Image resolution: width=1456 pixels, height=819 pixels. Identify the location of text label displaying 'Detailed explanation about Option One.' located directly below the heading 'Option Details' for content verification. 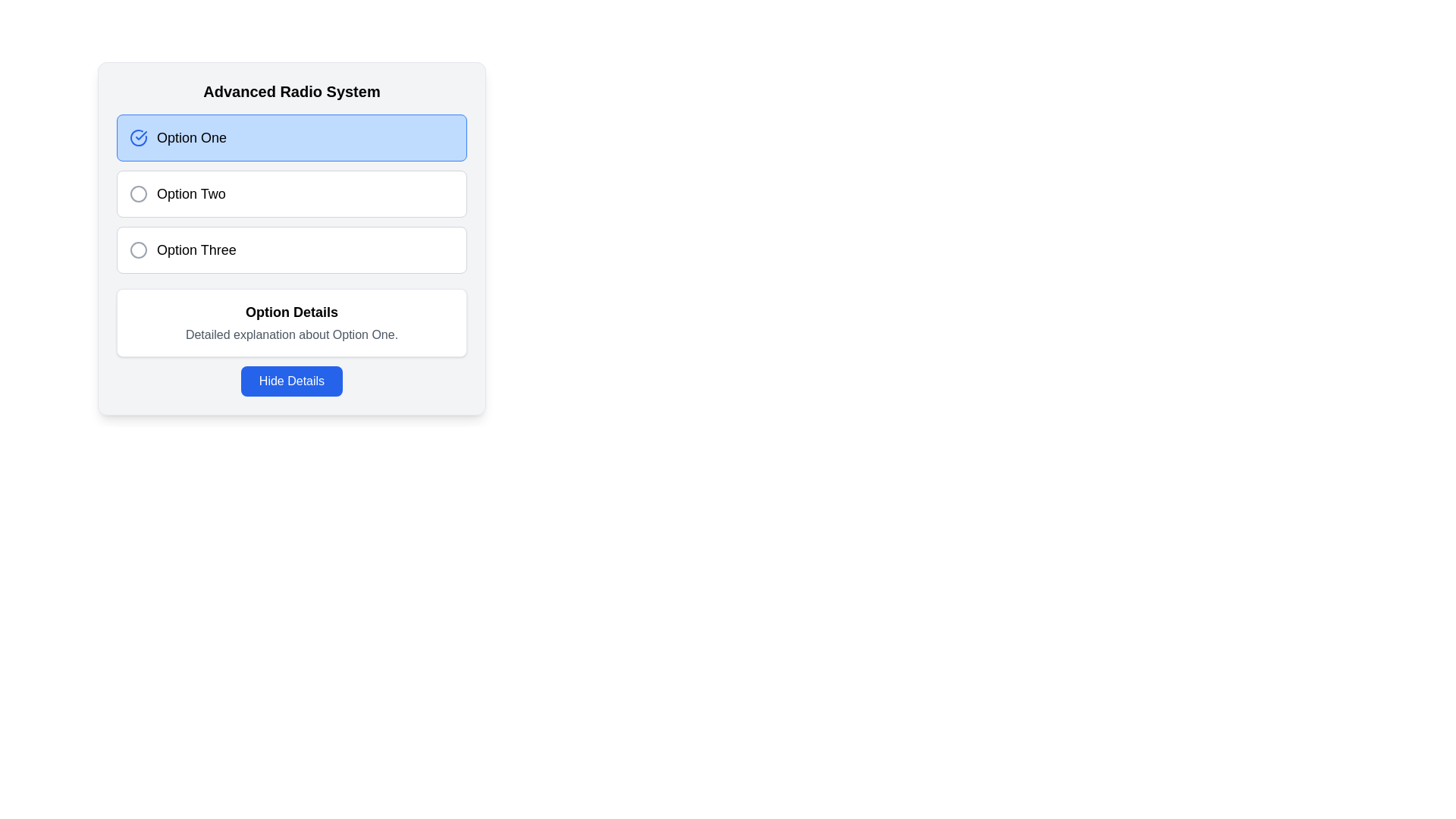
(291, 334).